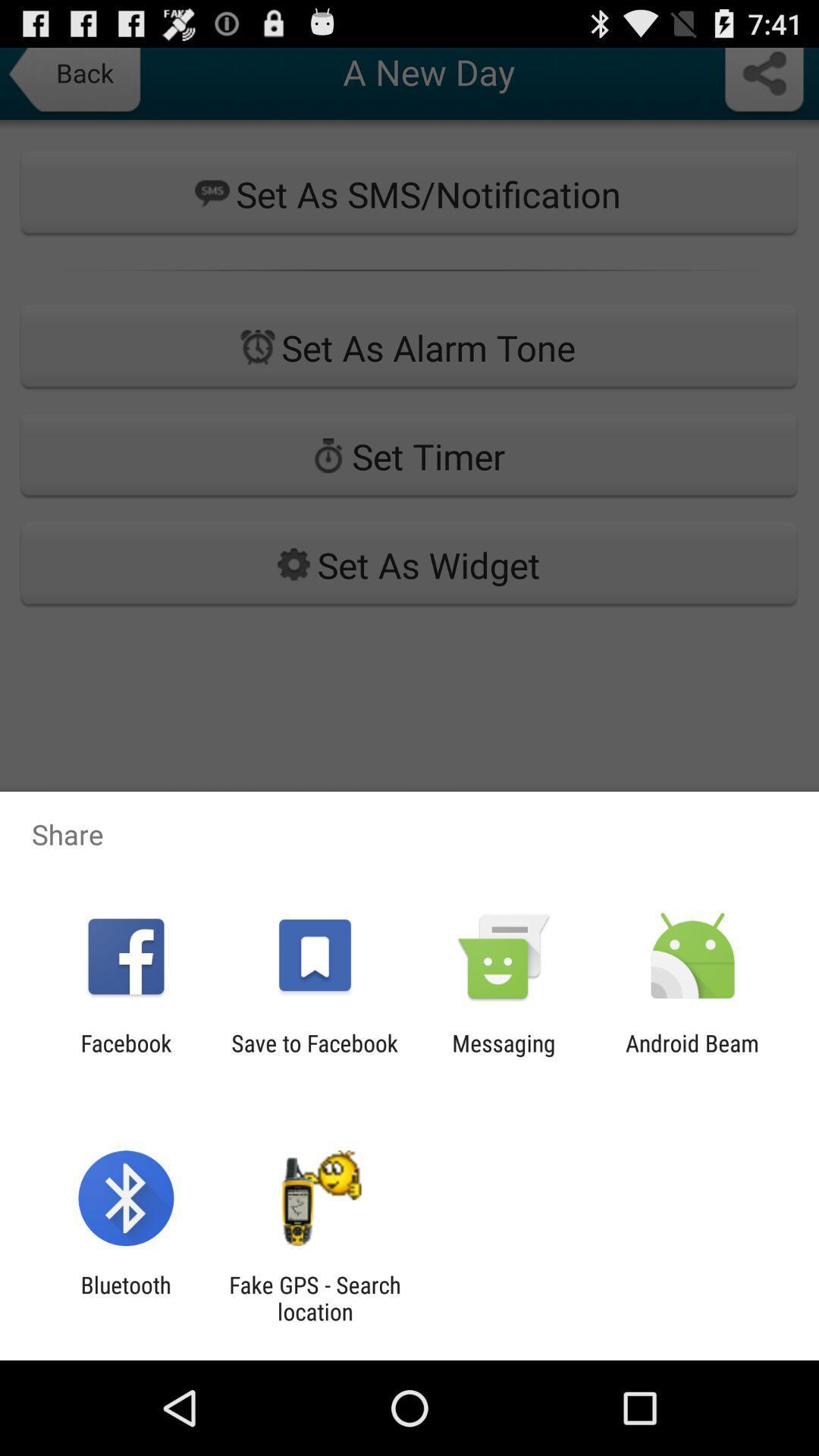 This screenshot has width=819, height=1456. What do you see at coordinates (504, 1056) in the screenshot?
I see `app next to save to facebook` at bounding box center [504, 1056].